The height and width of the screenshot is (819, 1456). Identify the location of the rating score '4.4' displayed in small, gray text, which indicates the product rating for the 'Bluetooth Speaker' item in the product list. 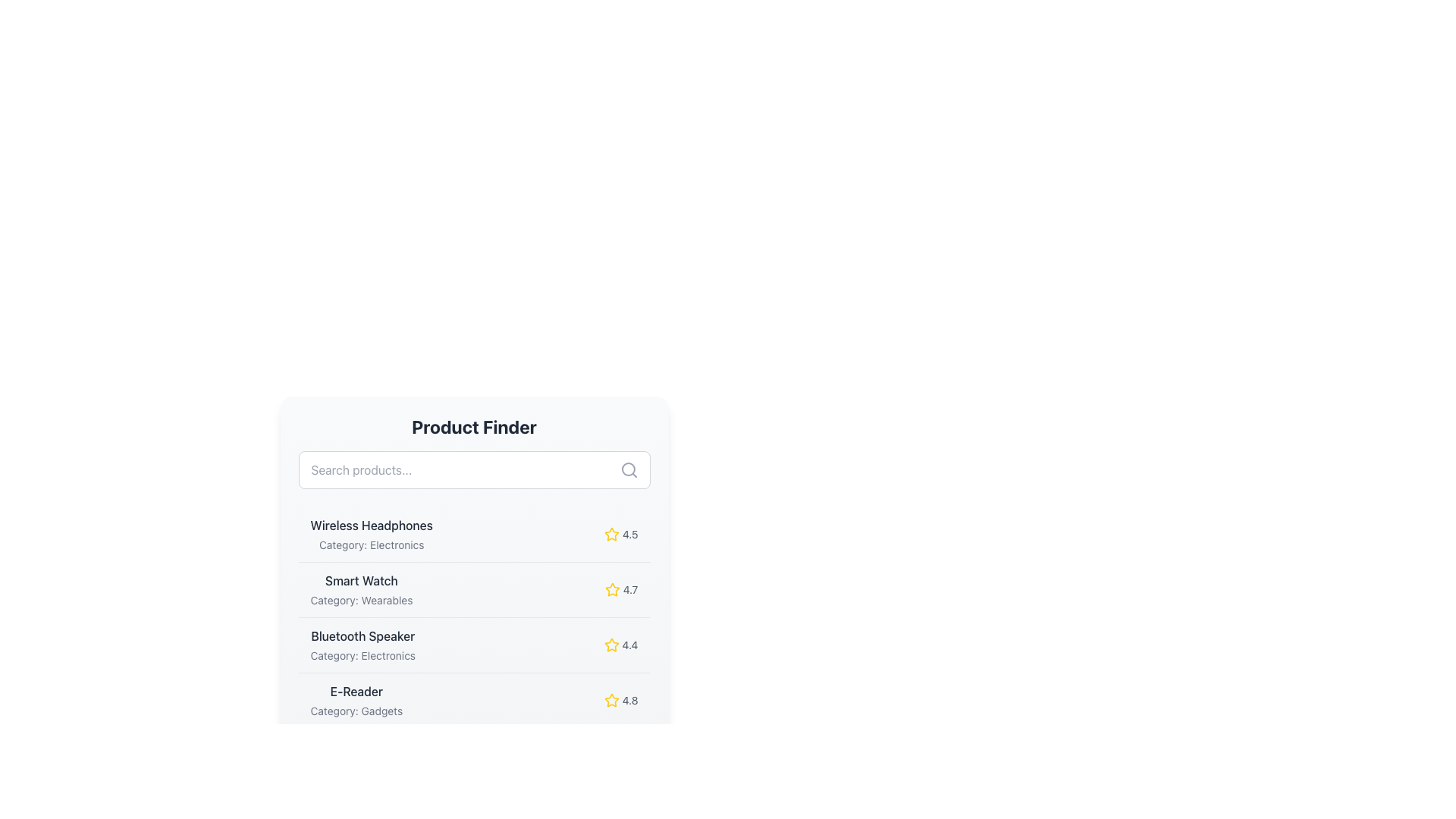
(630, 645).